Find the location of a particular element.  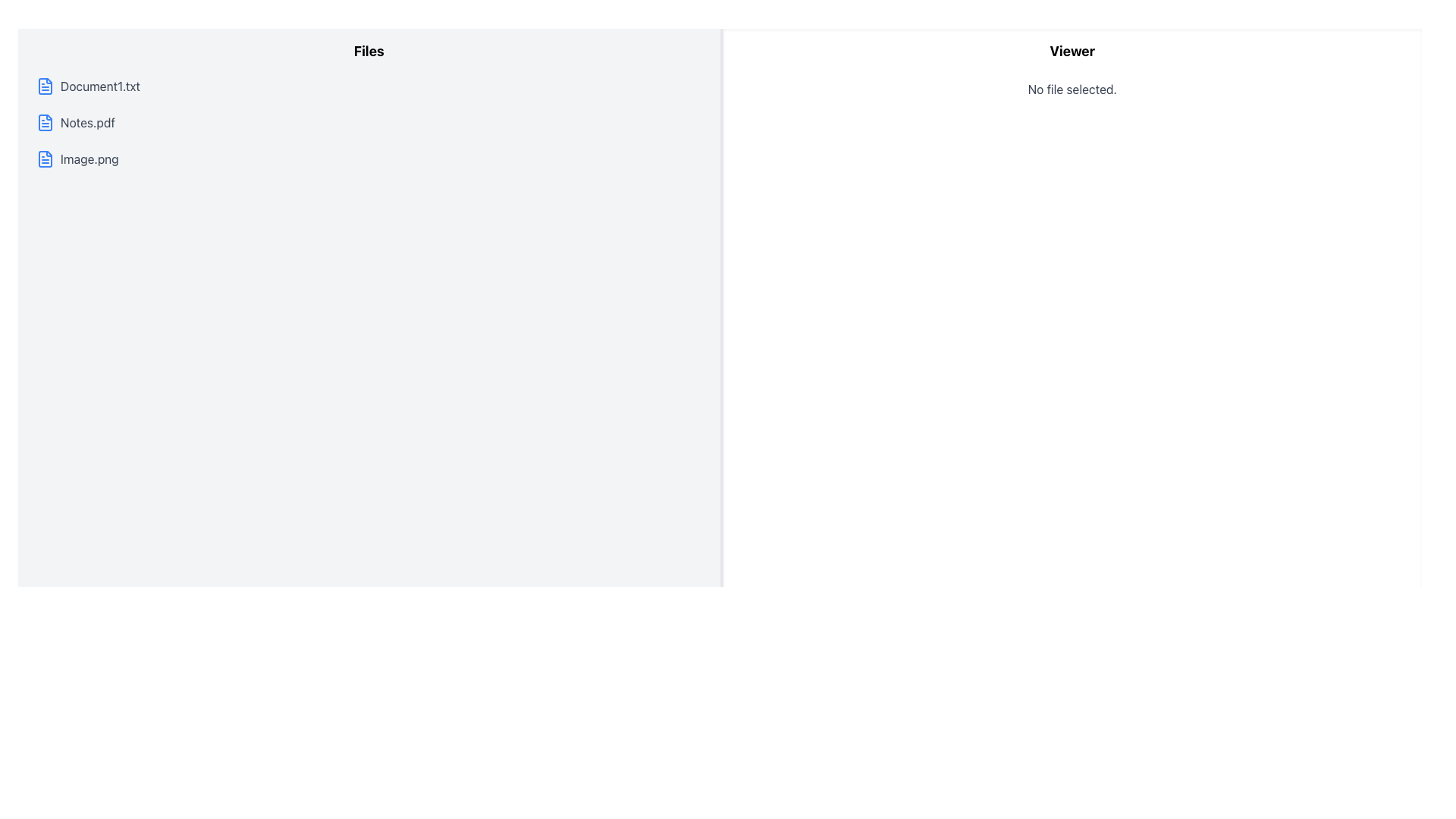

the document-shaped icon located to the left of the text label 'Image.png' in the left list of files is located at coordinates (45, 158).